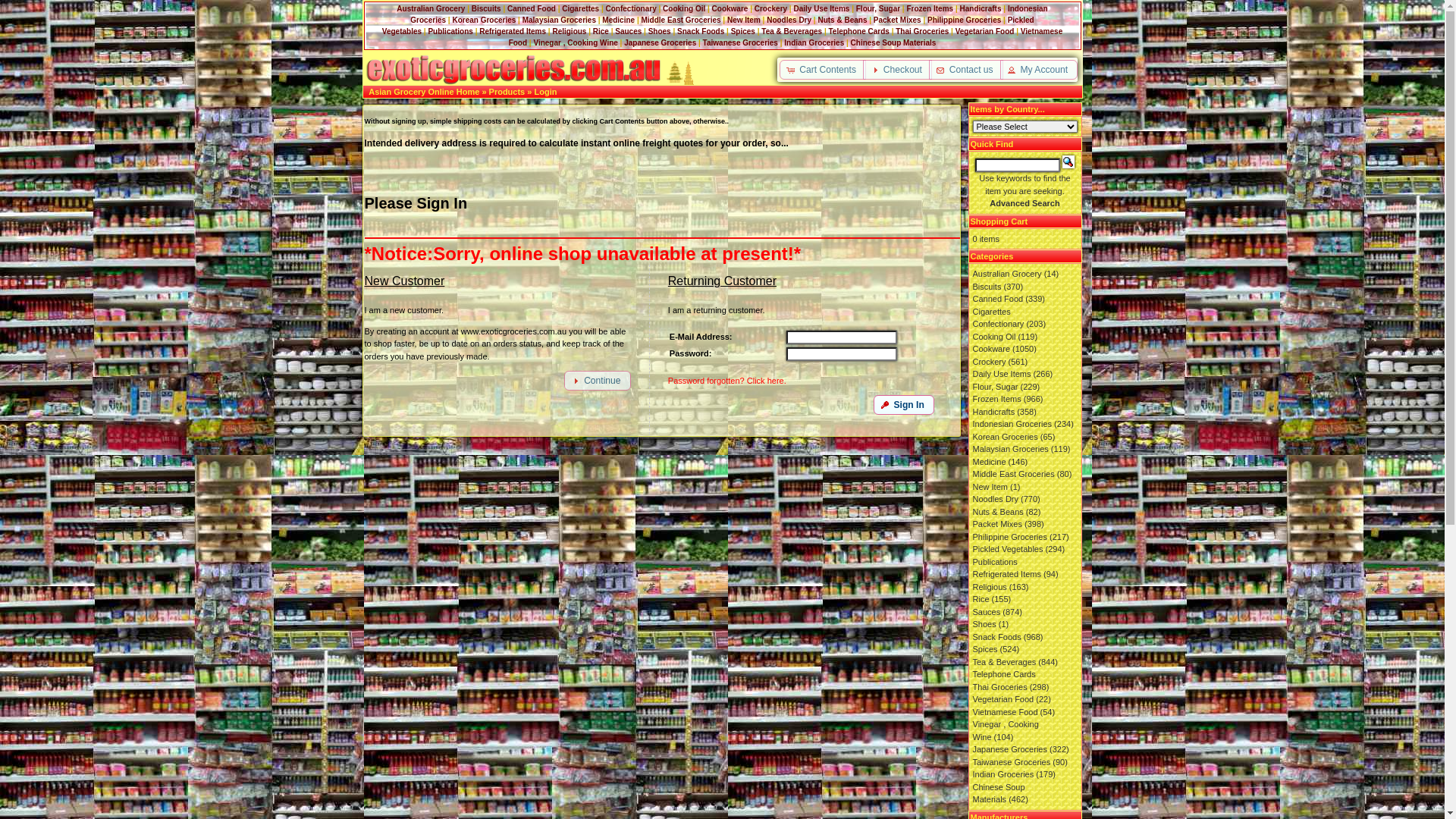 This screenshot has height=819, width=1456. What do you see at coordinates (971, 711) in the screenshot?
I see `'Vietnamese Food'` at bounding box center [971, 711].